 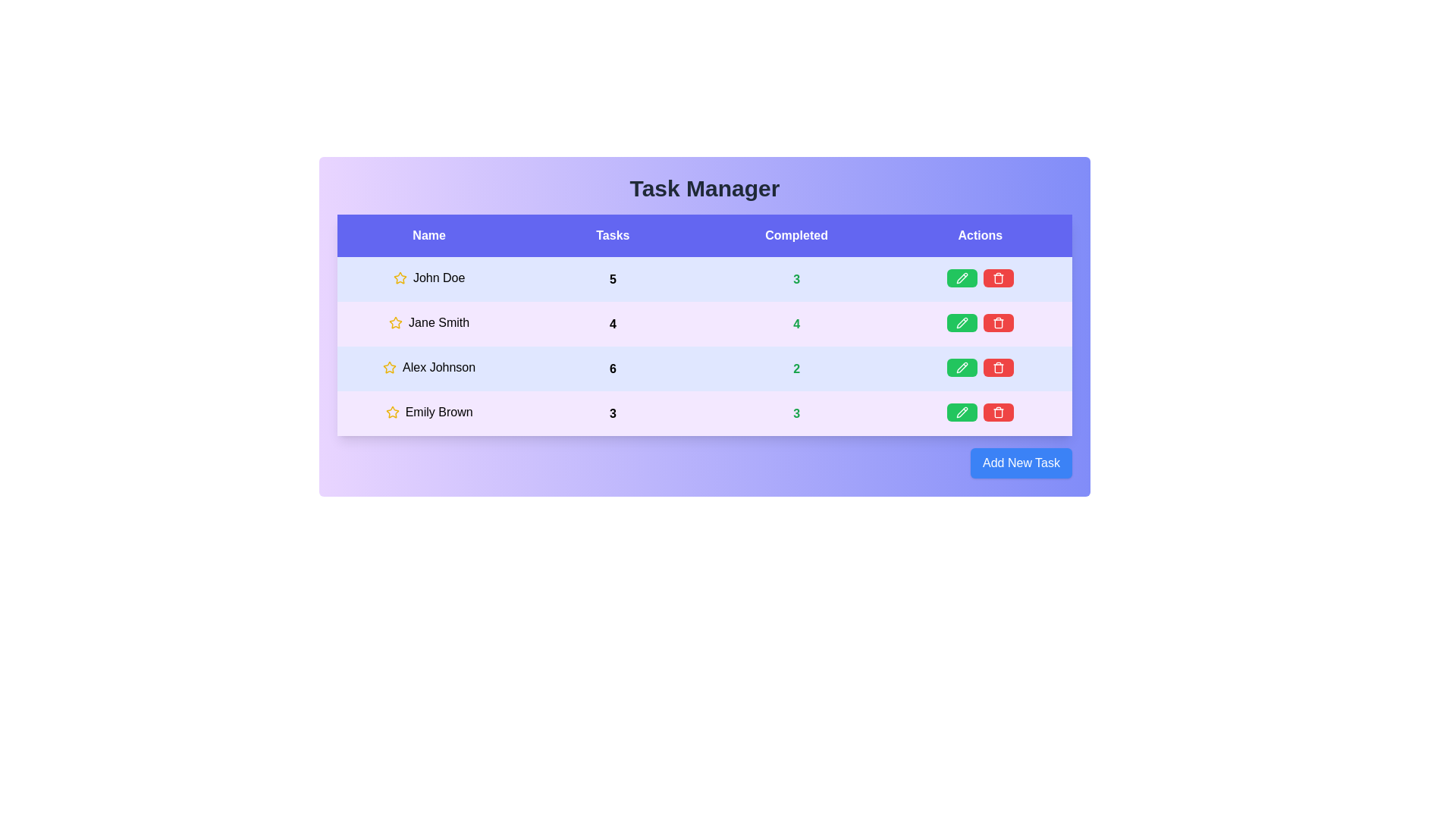 I want to click on red trash icon to delete the task for Emily Brown, so click(x=998, y=412).